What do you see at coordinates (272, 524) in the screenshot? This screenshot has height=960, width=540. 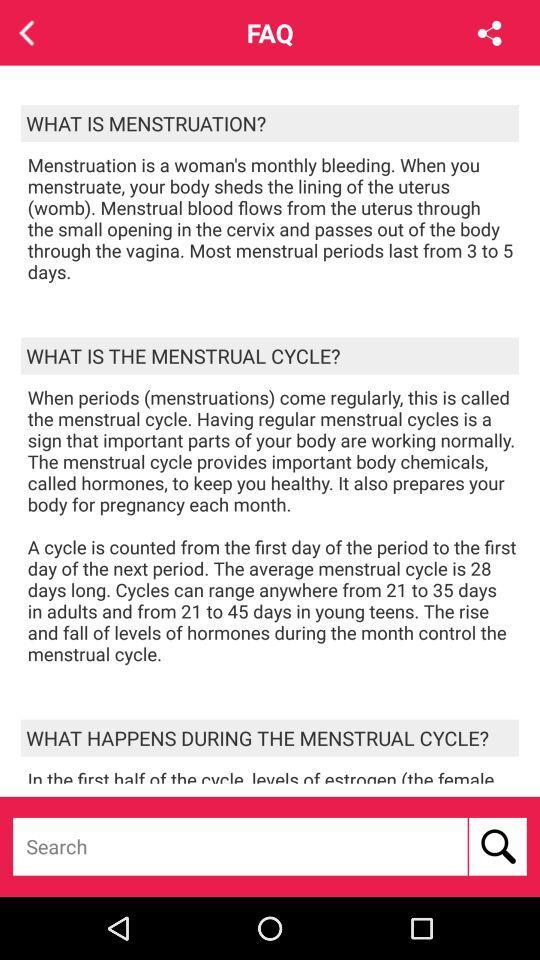 I see `the app below the what is the app` at bounding box center [272, 524].